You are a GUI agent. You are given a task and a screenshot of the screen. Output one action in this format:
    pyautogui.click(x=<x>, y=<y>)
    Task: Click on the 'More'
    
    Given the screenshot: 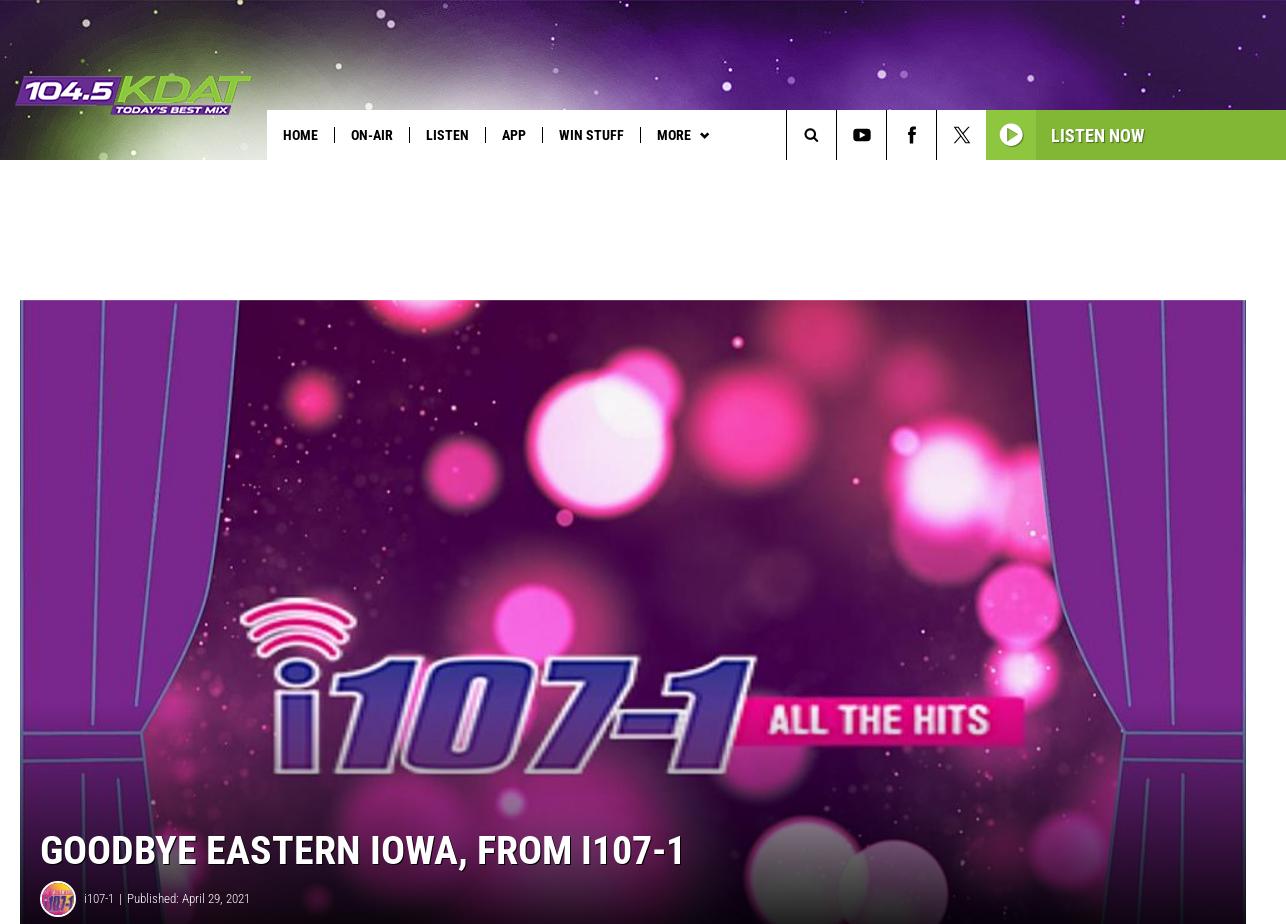 What is the action you would take?
    pyautogui.click(x=673, y=134)
    